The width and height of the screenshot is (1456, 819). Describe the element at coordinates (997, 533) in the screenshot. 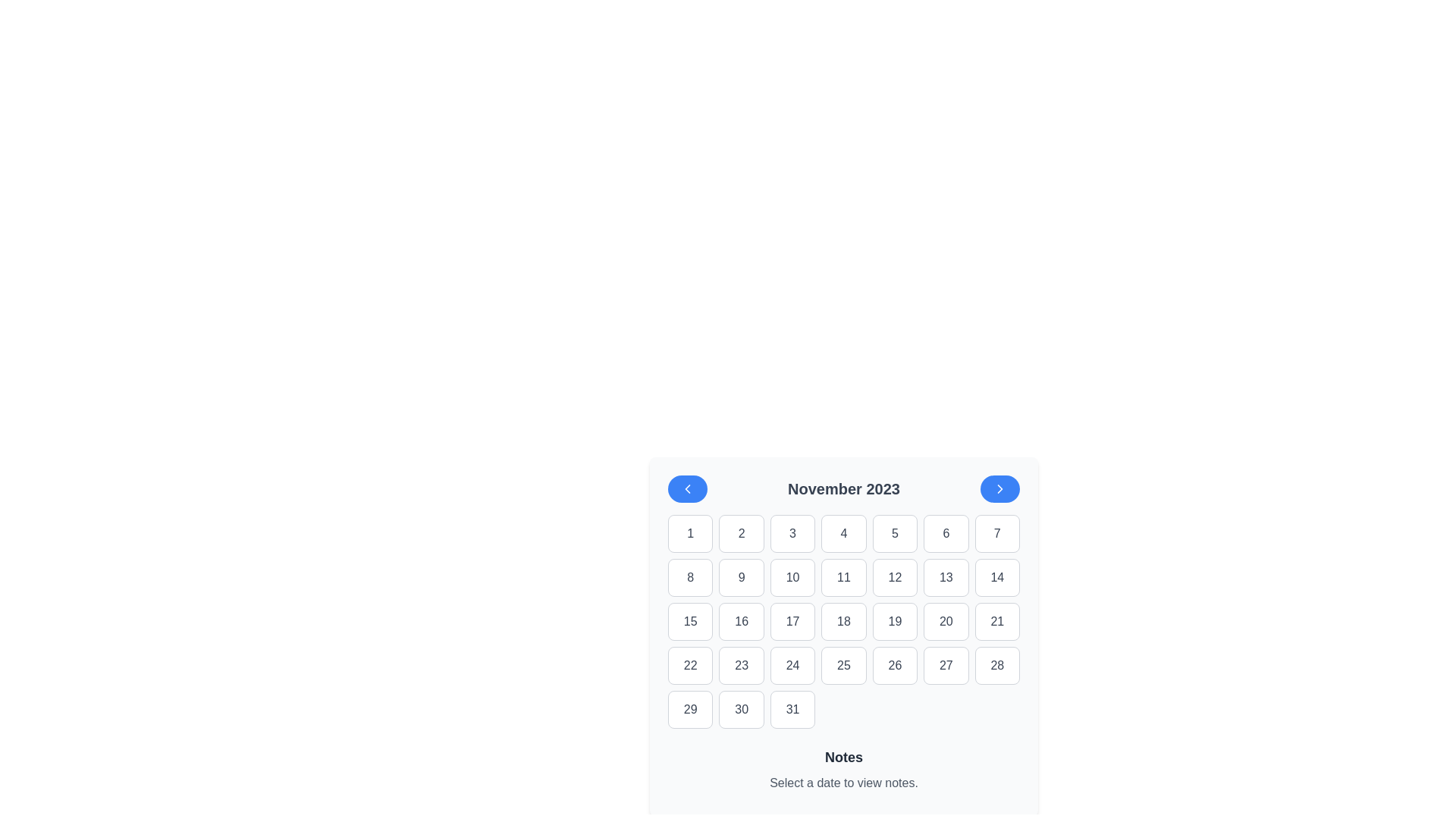

I see `the button representing the 7th day of the month in the calendar interface` at that location.